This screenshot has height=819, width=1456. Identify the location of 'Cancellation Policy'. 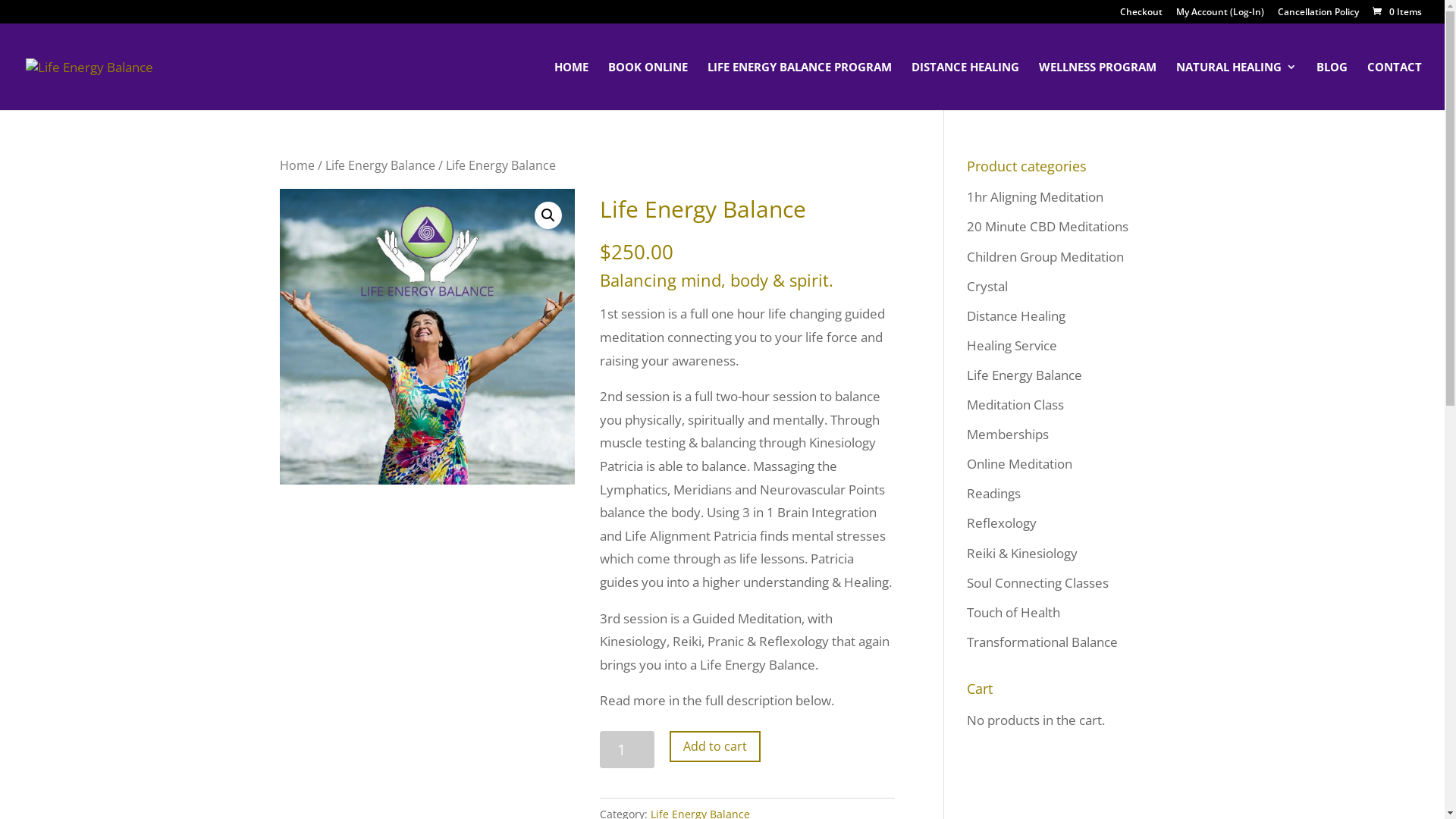
(1317, 15).